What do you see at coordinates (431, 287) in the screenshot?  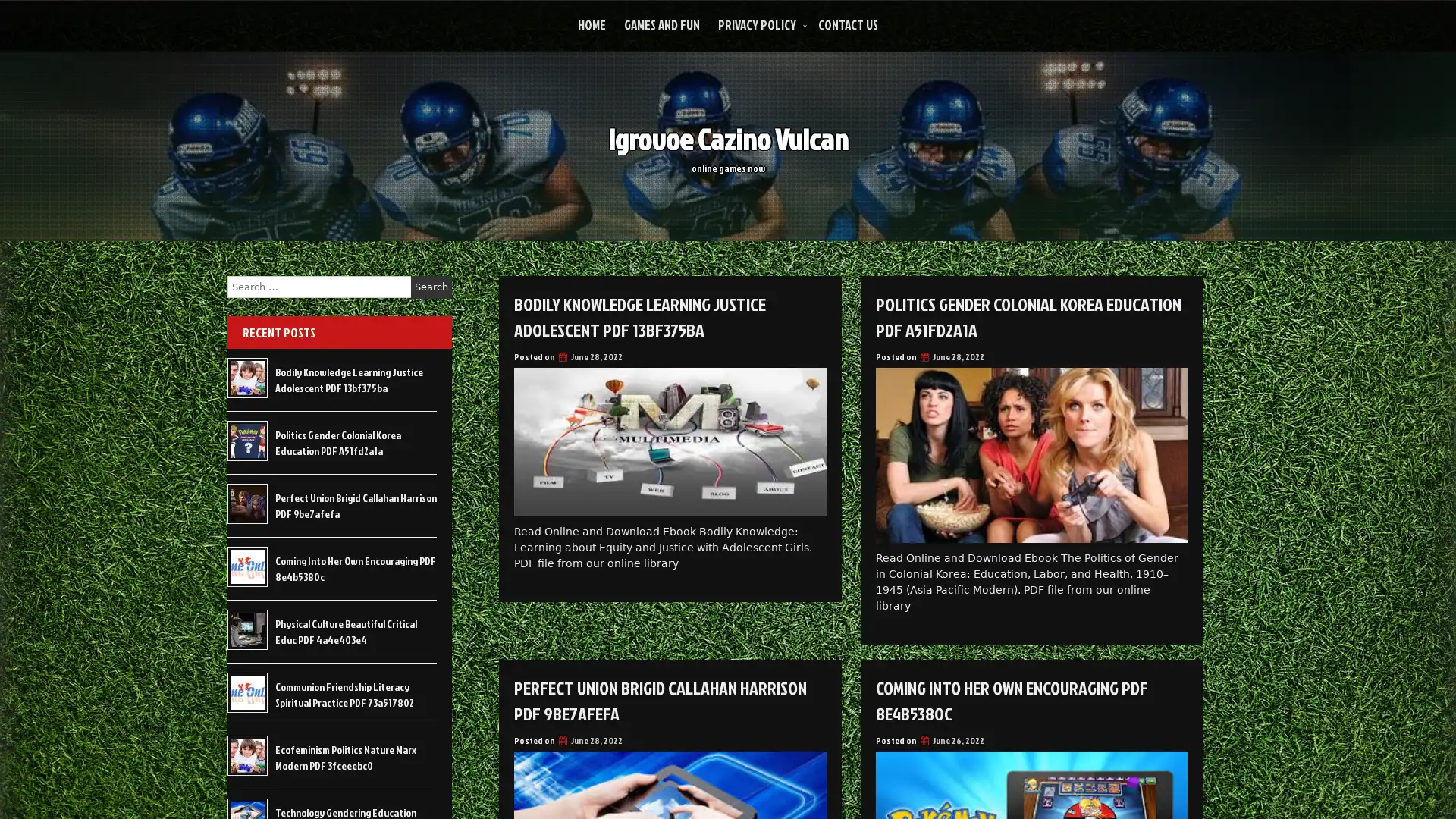 I see `Search` at bounding box center [431, 287].